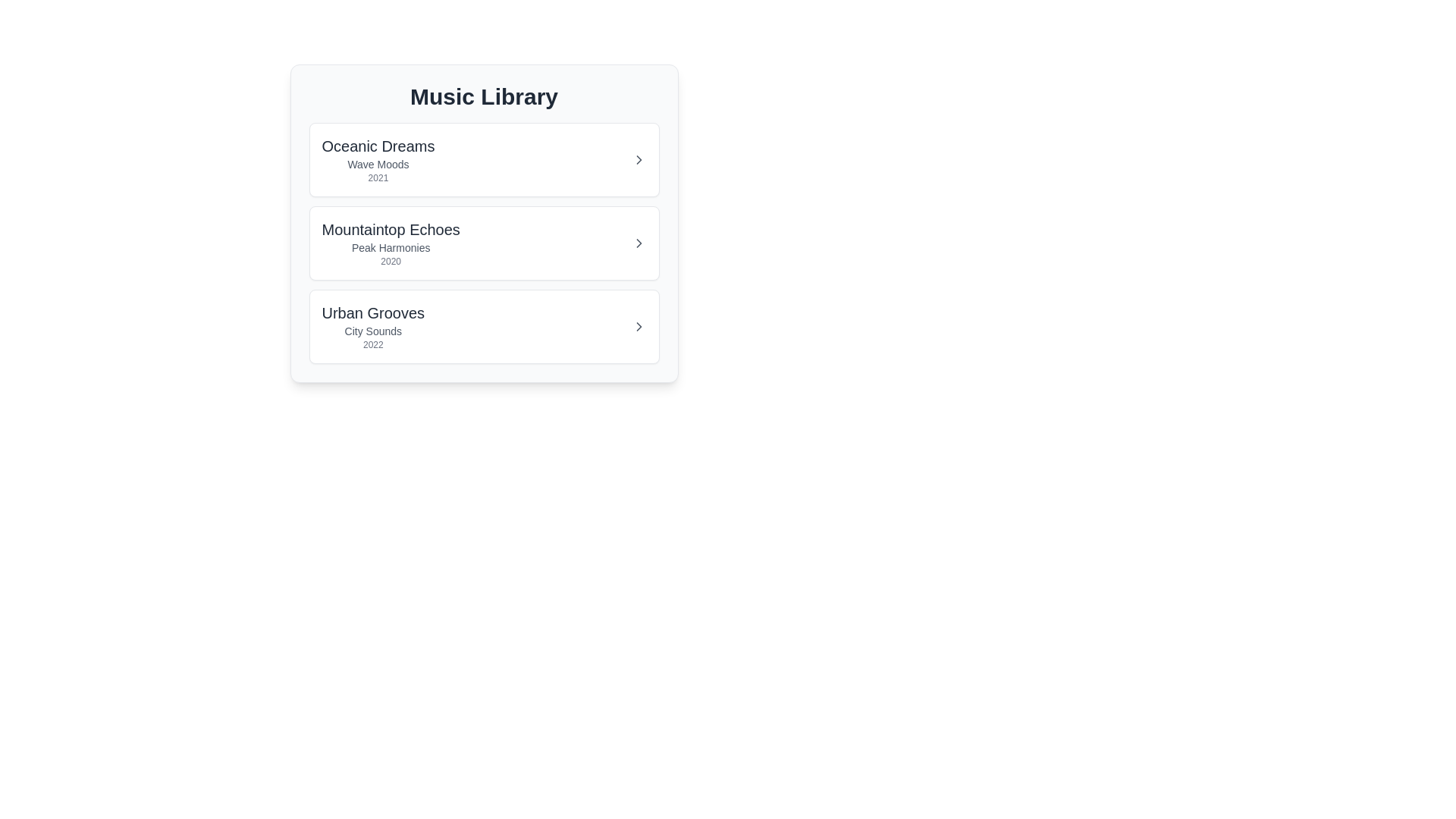  Describe the element at coordinates (483, 96) in the screenshot. I see `the title element 'Music Library' for context` at that location.